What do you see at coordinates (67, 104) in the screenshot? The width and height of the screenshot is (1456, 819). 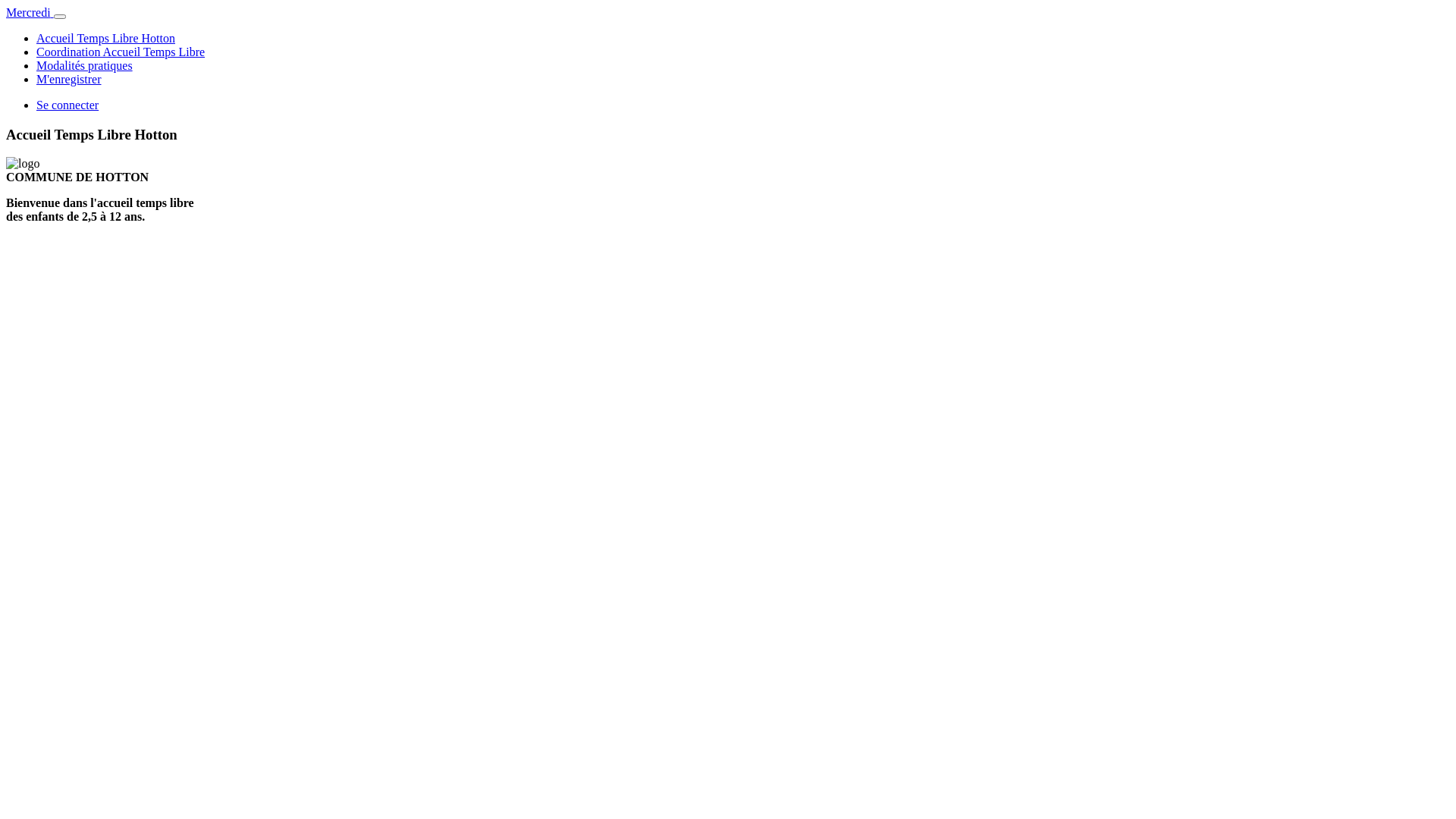 I see `'Se connecter'` at bounding box center [67, 104].